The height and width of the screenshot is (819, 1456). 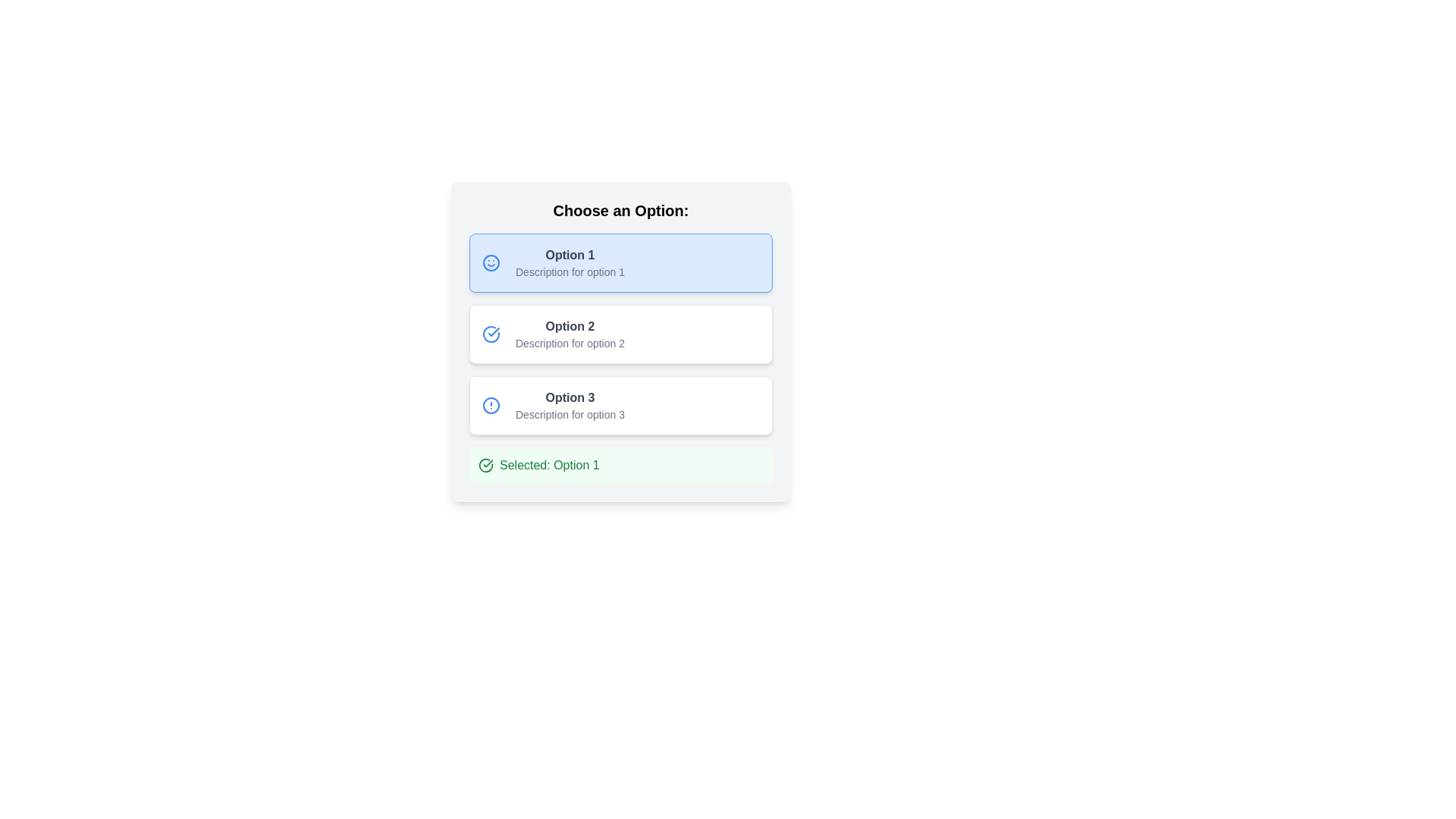 I want to click on the circular smiley face icon located in the top-left corner of the list item labeled 'Option 1', which is within a blue-themed section, so click(x=494, y=262).